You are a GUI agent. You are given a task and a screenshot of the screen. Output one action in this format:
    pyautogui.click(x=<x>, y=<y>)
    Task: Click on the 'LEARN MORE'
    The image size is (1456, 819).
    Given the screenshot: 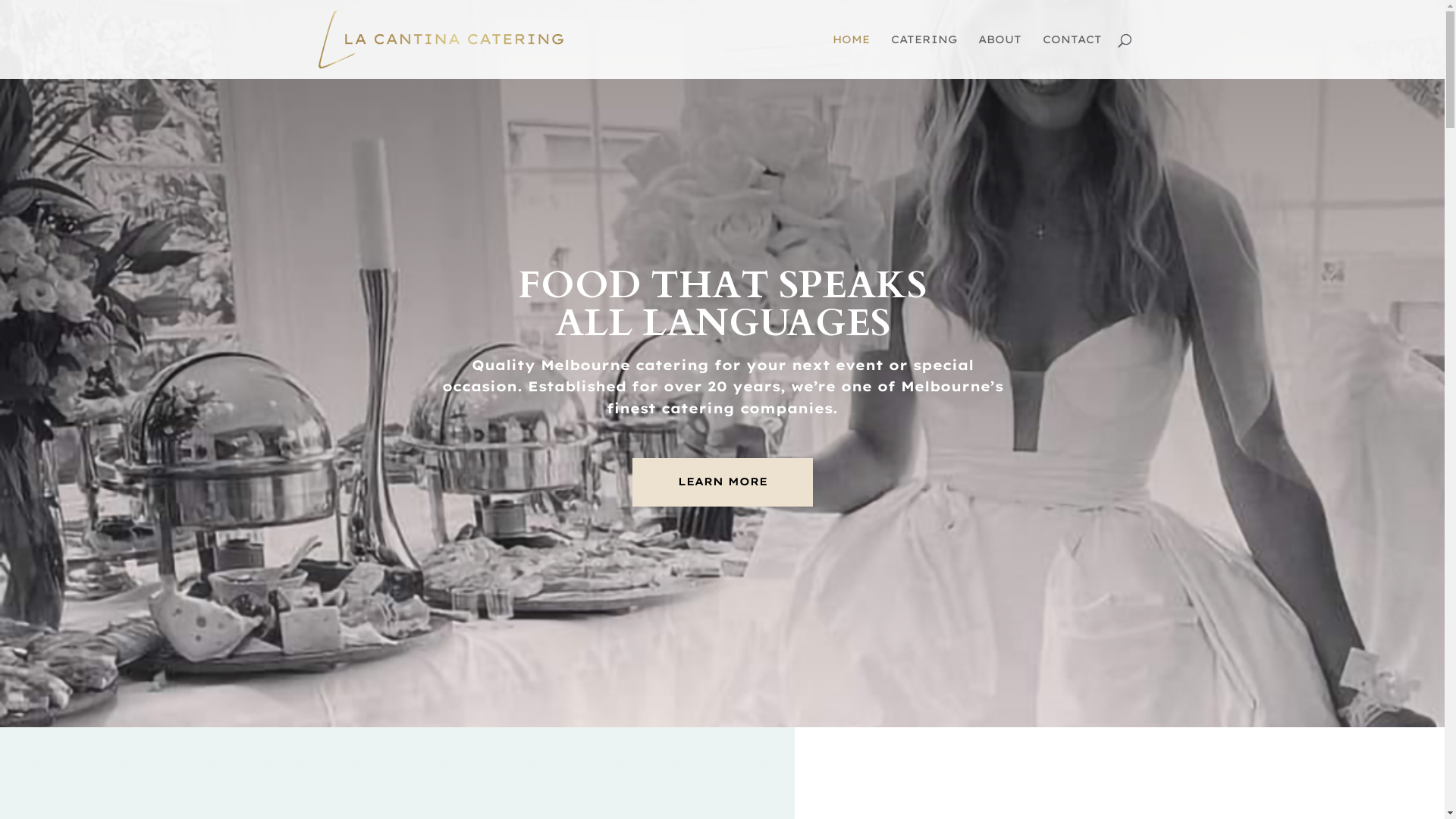 What is the action you would take?
    pyautogui.click(x=722, y=482)
    